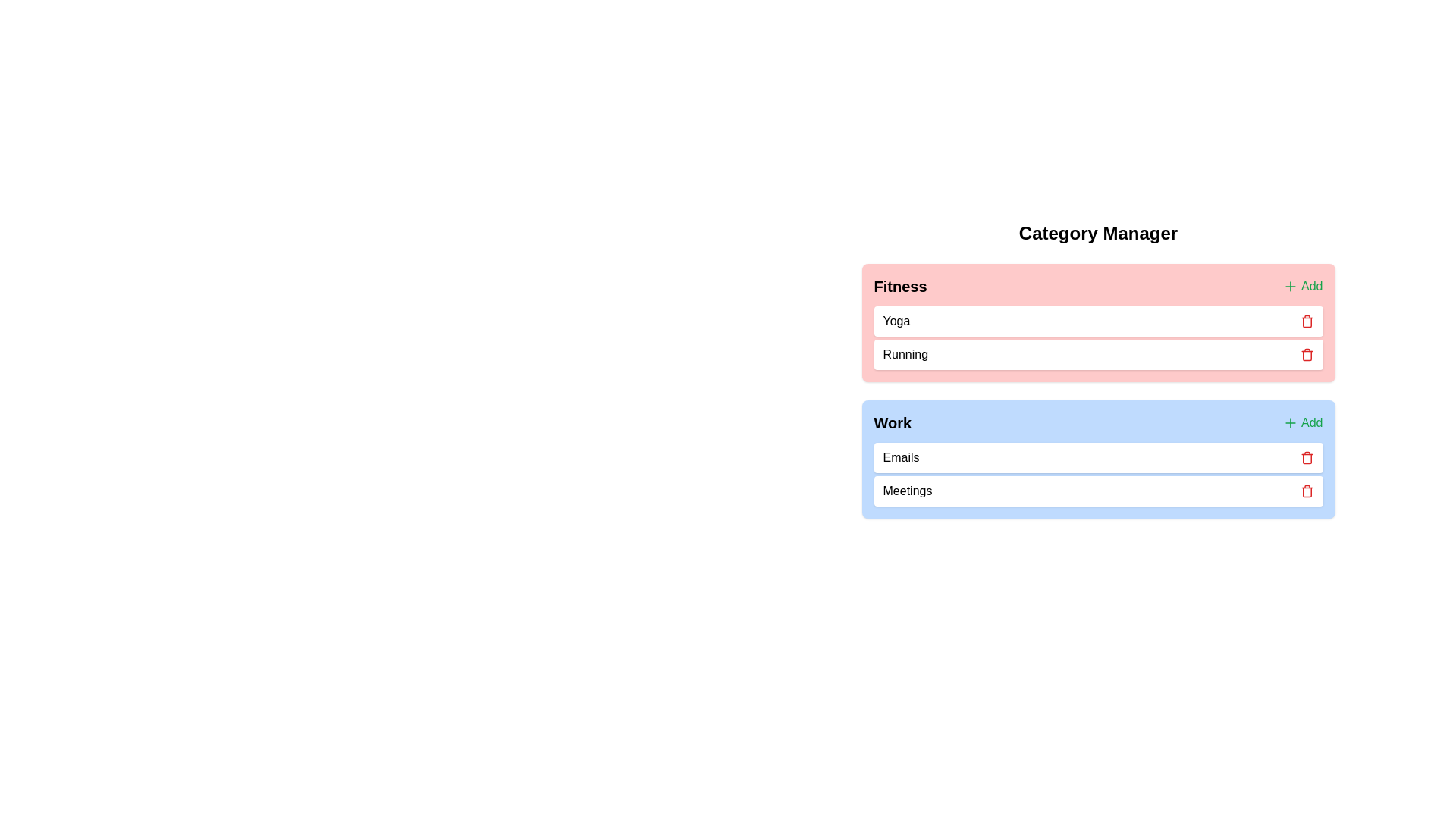 The height and width of the screenshot is (819, 1456). What do you see at coordinates (1302, 287) in the screenshot?
I see `the 'Add' button for the category labeled Fitness` at bounding box center [1302, 287].